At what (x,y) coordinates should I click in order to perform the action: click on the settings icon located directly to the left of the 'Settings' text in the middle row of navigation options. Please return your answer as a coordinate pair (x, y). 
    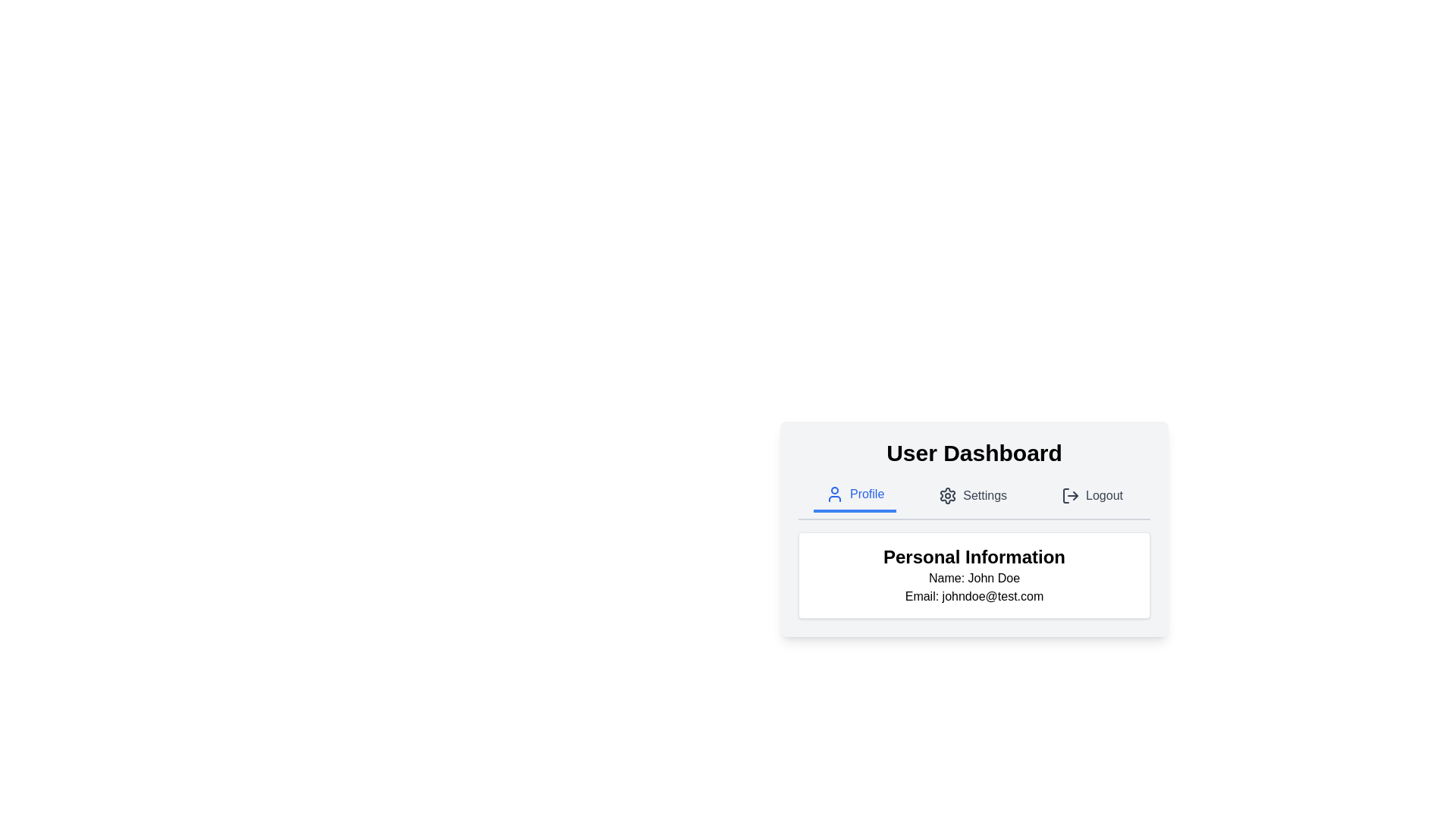
    Looking at the image, I should click on (947, 496).